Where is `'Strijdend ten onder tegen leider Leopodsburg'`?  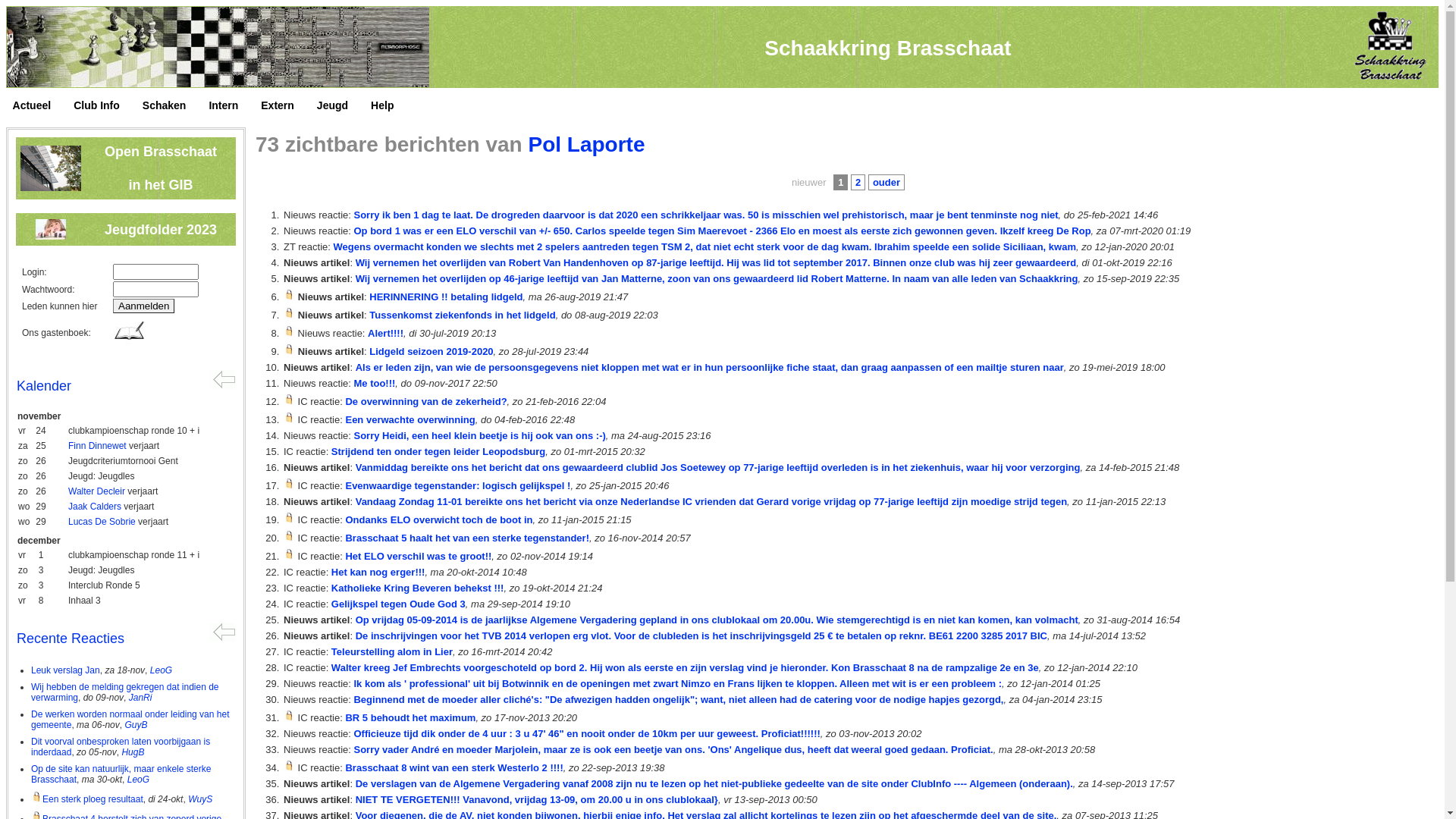 'Strijdend ten onder tegen leider Leopodsburg' is located at coordinates (437, 450).